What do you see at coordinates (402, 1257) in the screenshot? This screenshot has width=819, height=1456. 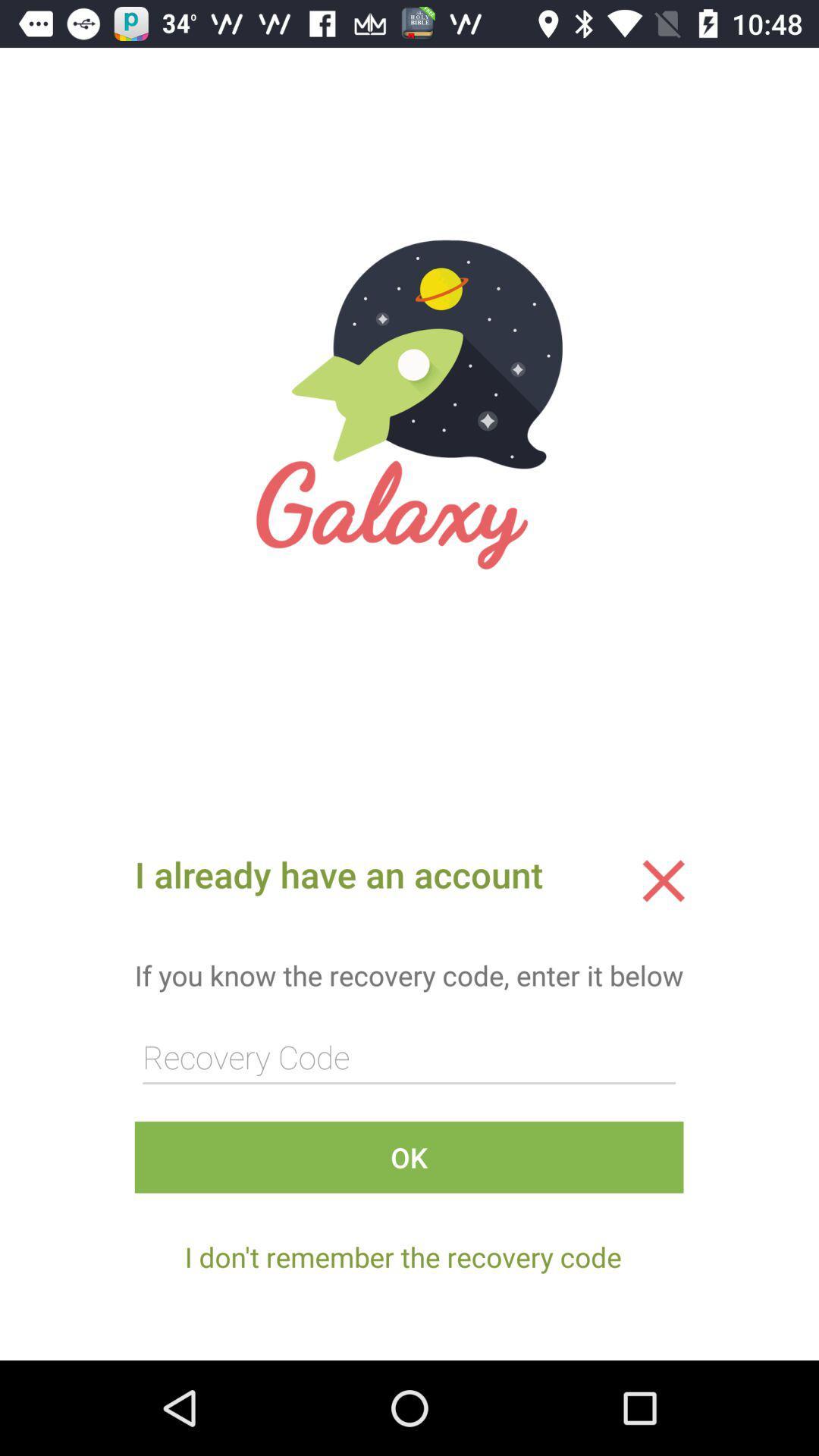 I see `i don t` at bounding box center [402, 1257].